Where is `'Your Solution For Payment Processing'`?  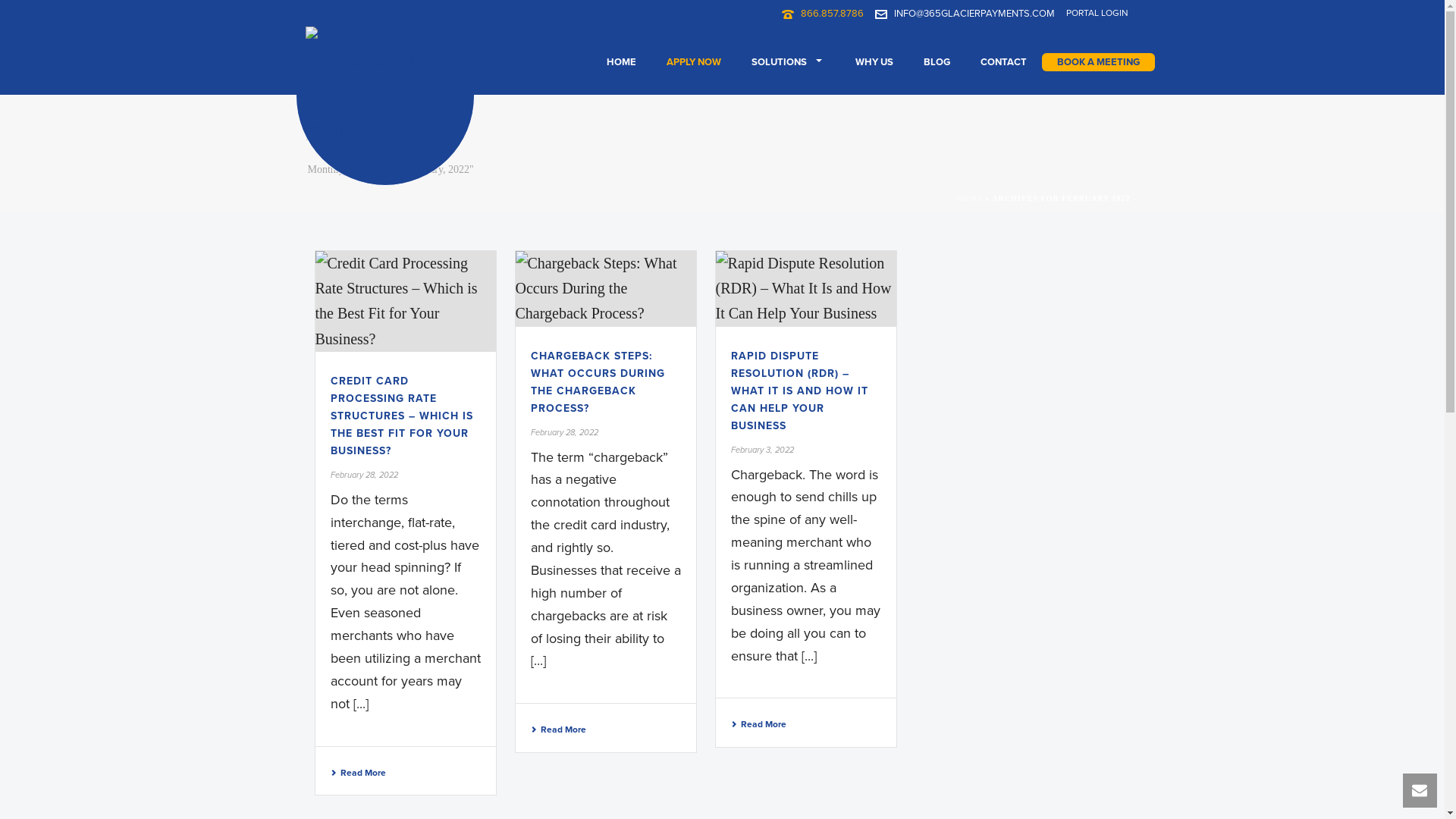
'Your Solution For Payment Processing' is located at coordinates (384, 96).